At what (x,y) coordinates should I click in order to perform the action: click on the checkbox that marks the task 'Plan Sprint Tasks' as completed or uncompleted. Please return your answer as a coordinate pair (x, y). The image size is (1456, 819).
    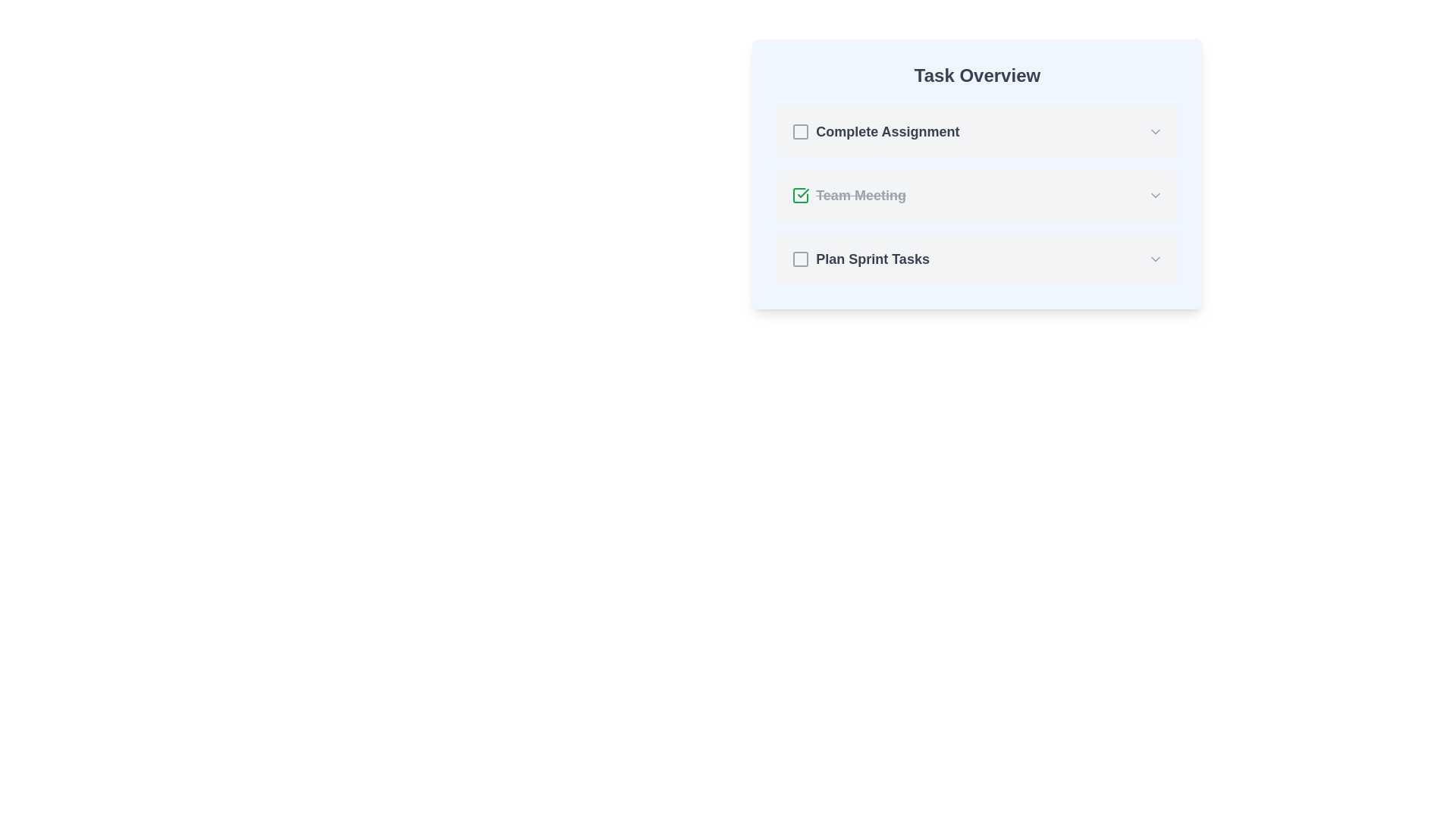
    Looking at the image, I should click on (800, 259).